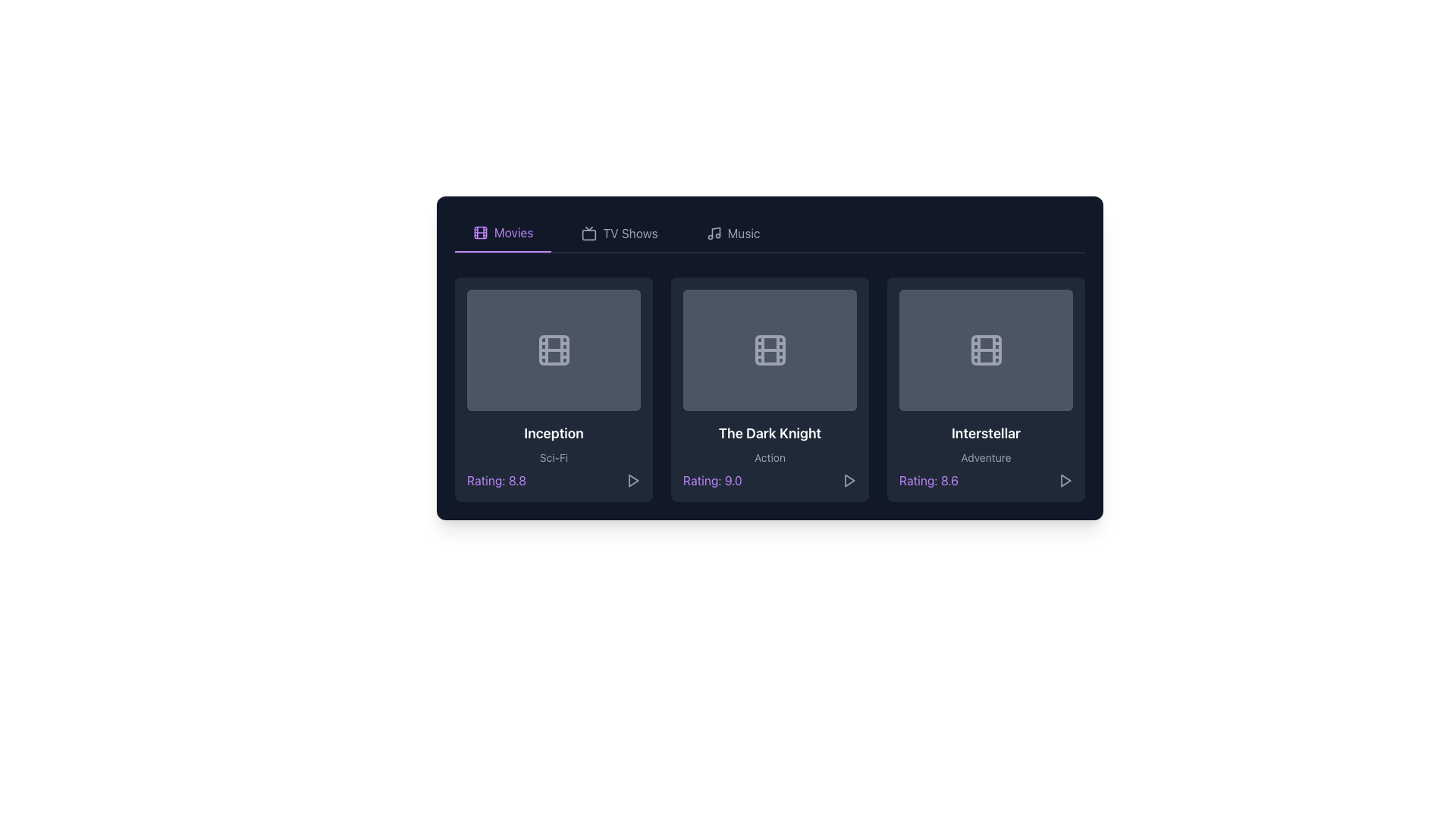 The height and width of the screenshot is (819, 1456). Describe the element at coordinates (713, 234) in the screenshot. I see `the musical note icon located in the navigation menu adjacent to the label 'Music'` at that location.